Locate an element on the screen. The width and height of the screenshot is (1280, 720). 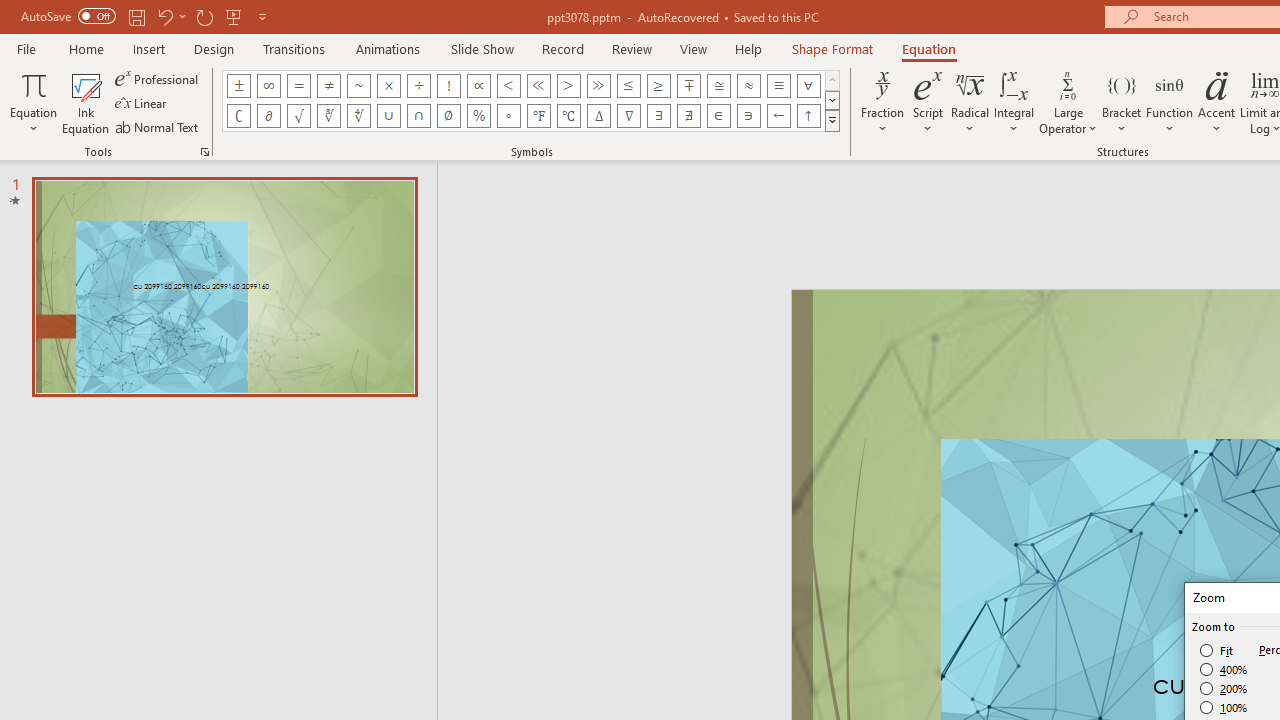
'Equation Symbol Approximately' is located at coordinates (359, 85).